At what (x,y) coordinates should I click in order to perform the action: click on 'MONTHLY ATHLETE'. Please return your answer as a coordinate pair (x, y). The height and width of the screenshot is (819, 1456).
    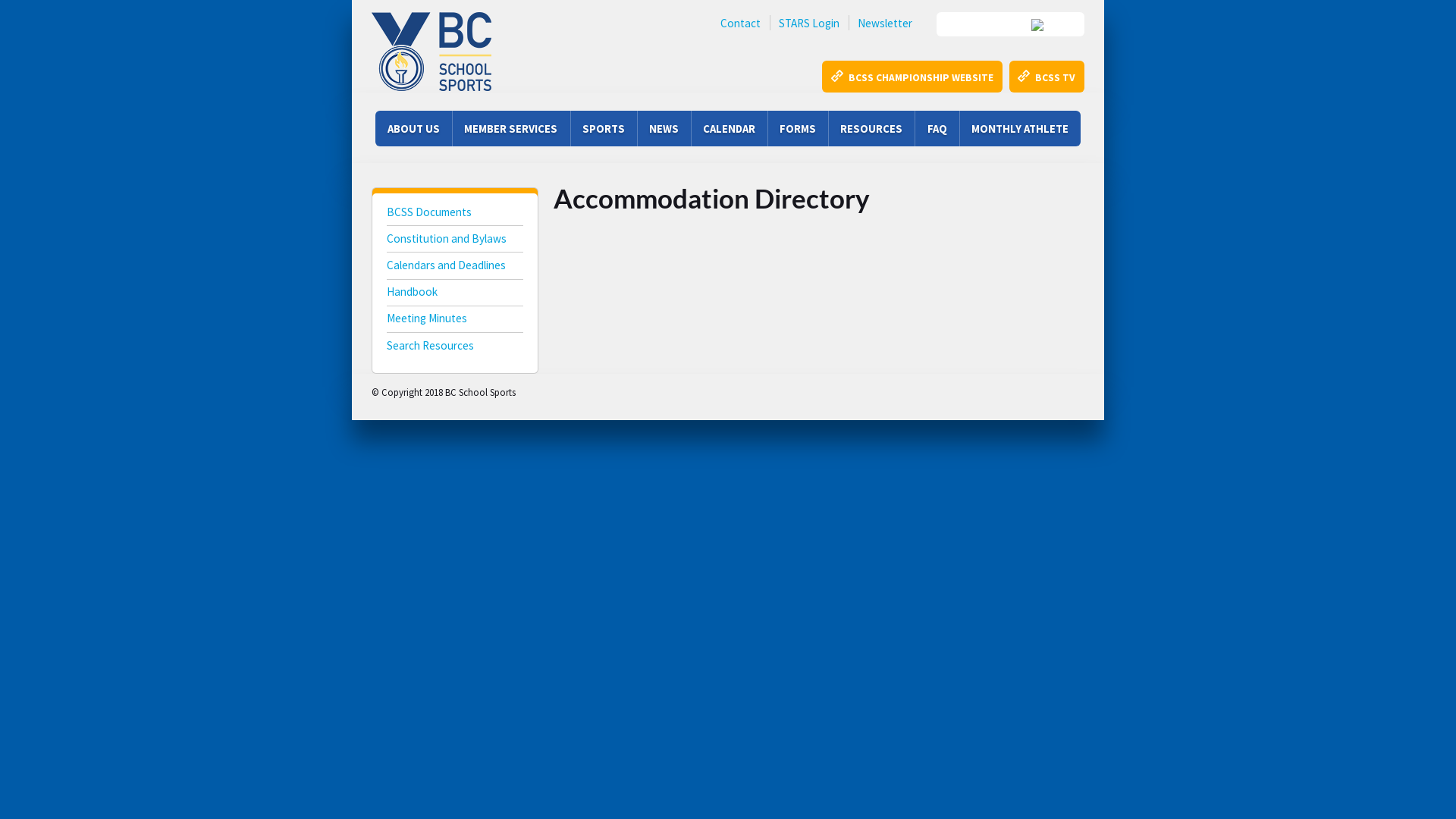
    Looking at the image, I should click on (1019, 127).